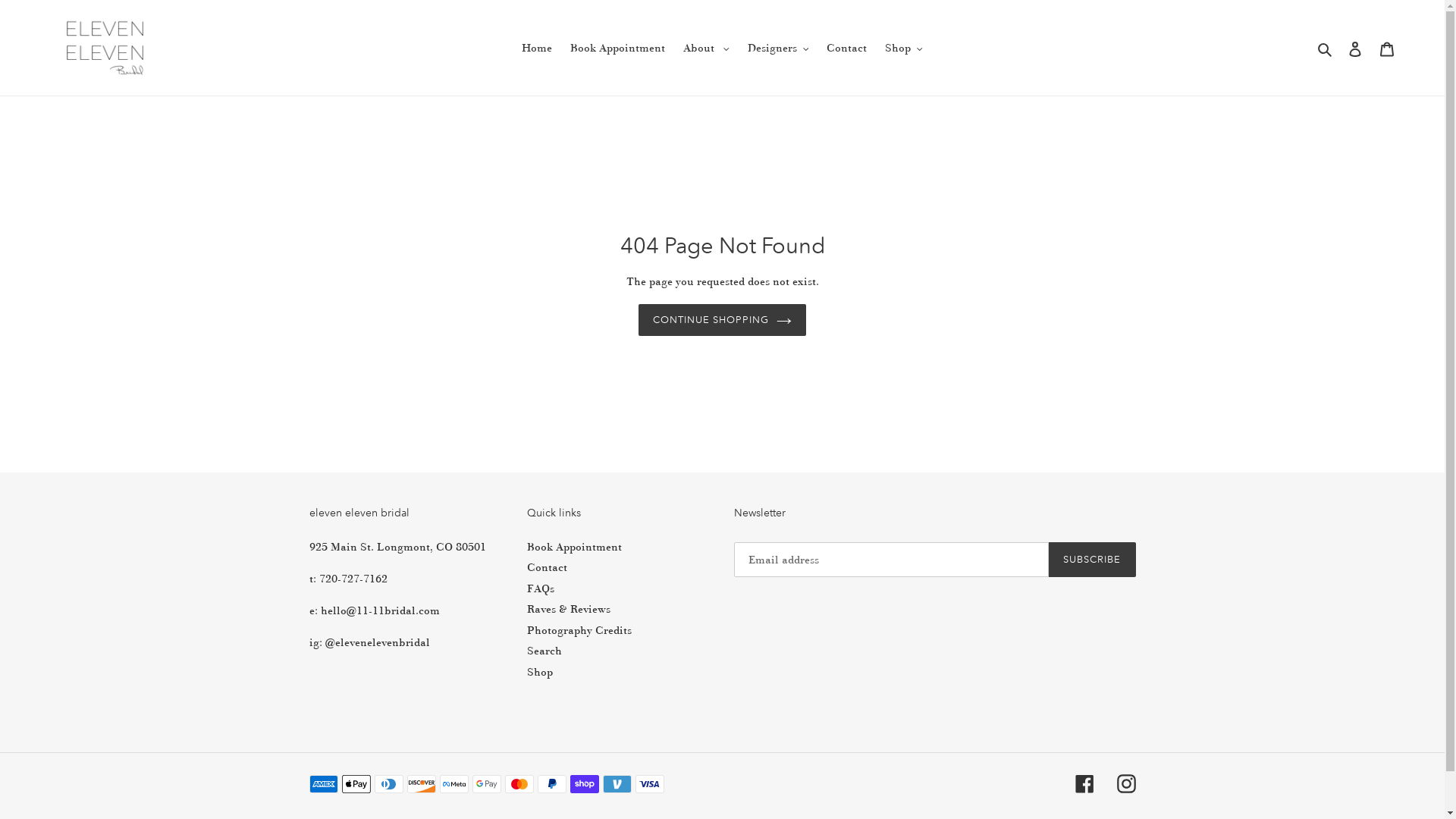  What do you see at coordinates (903, 47) in the screenshot?
I see `'Shop'` at bounding box center [903, 47].